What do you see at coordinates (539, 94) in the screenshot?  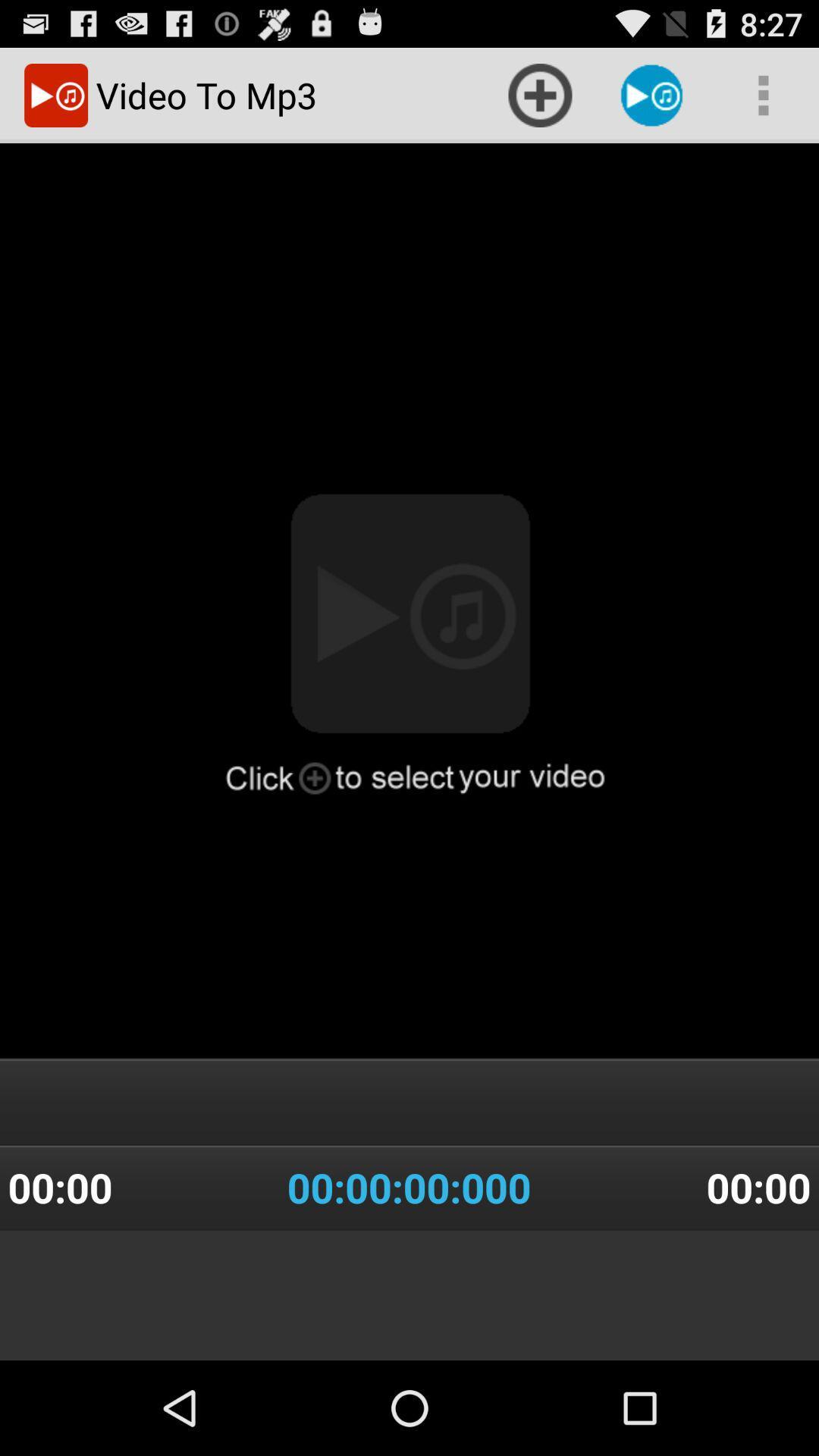 I see `the icon next to the video to mp3` at bounding box center [539, 94].